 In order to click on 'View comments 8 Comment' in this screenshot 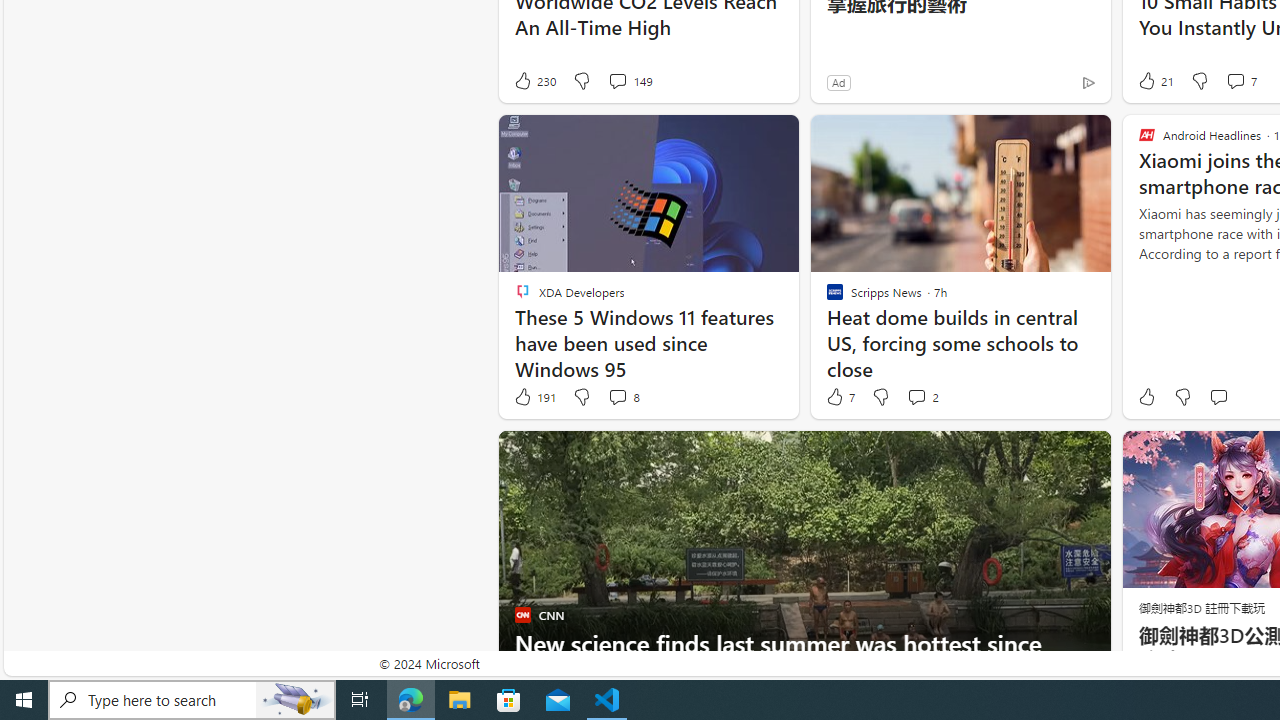, I will do `click(616, 397)`.